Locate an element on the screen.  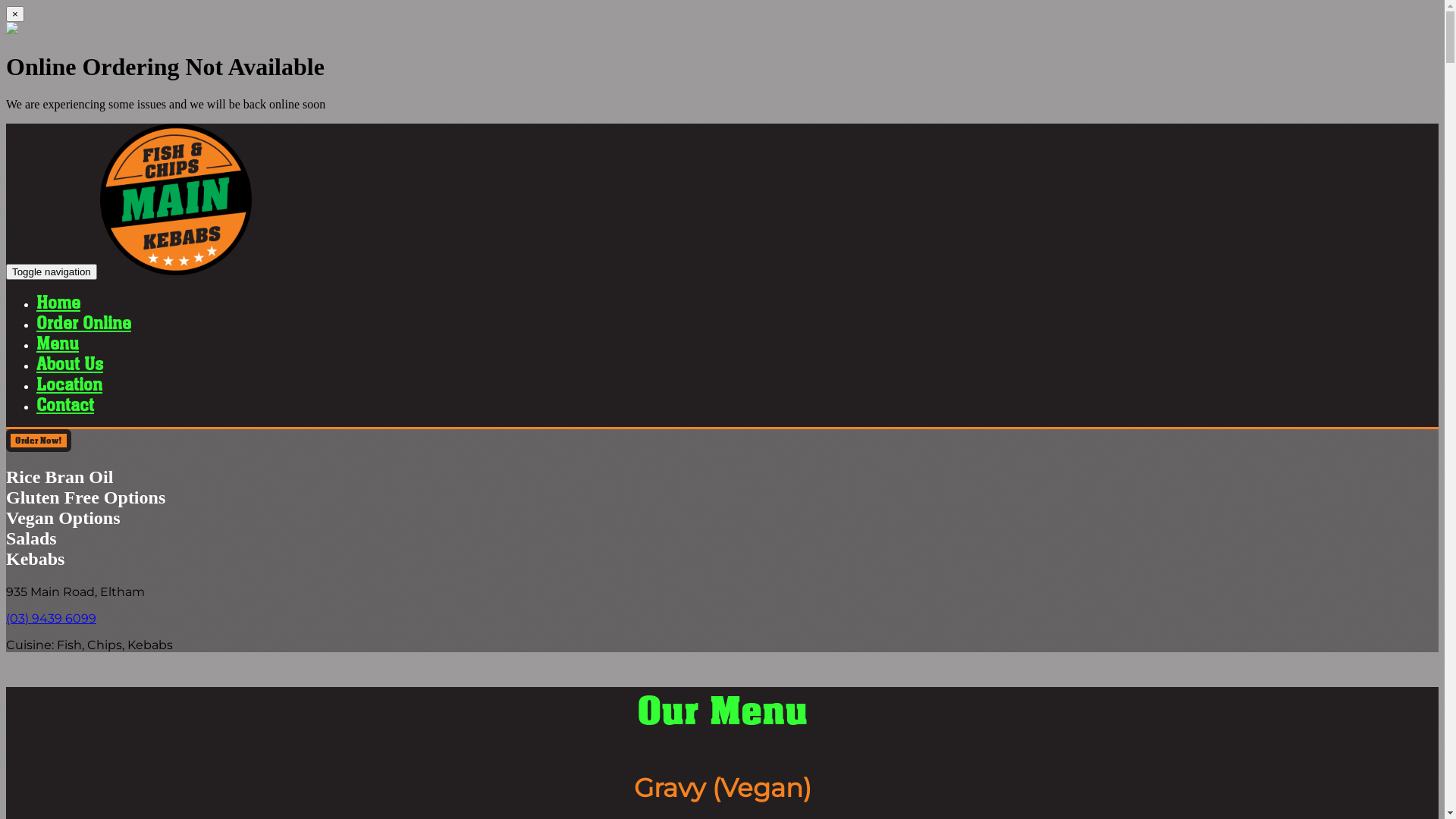
'Order Now!' is located at coordinates (39, 439).